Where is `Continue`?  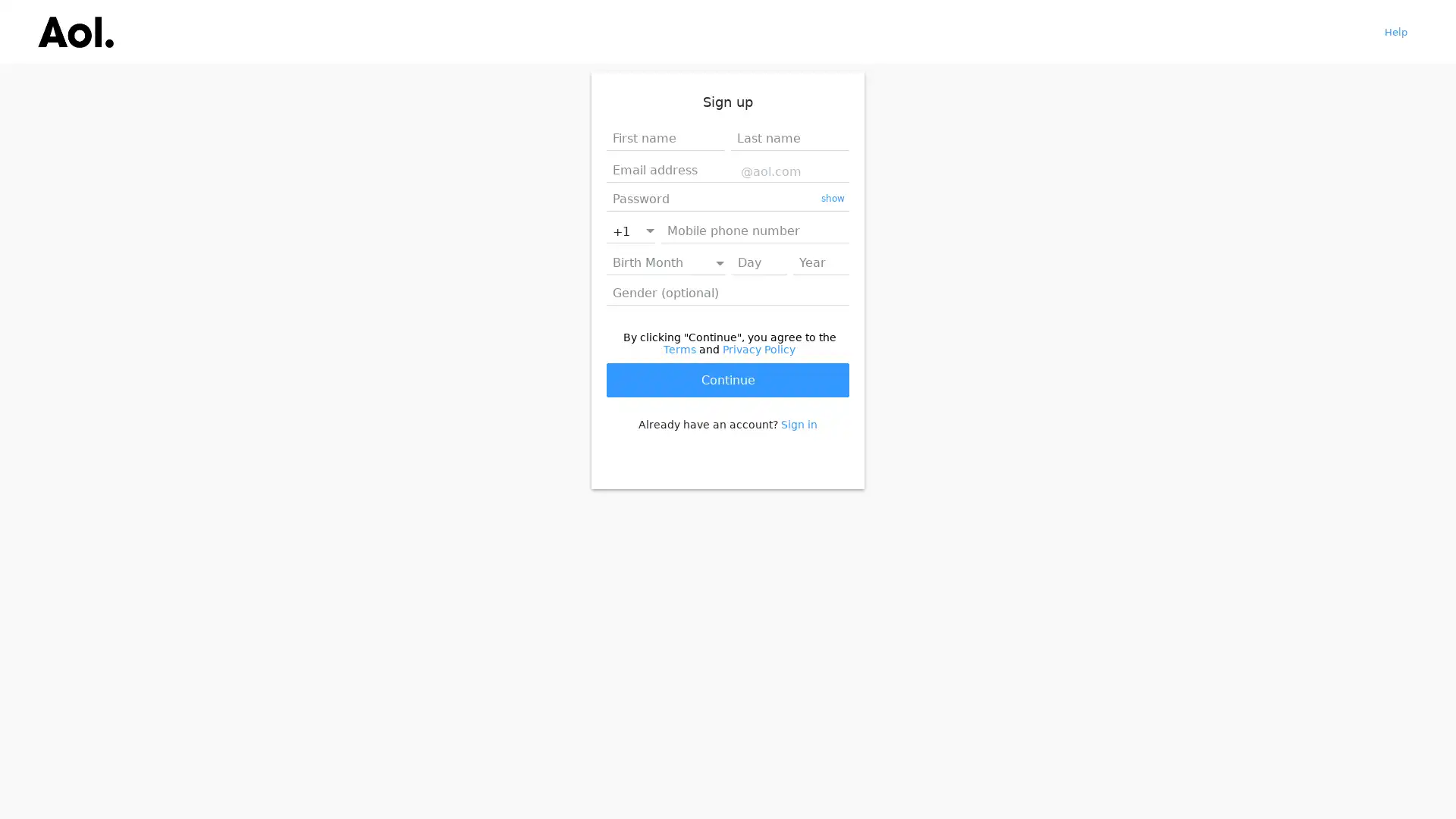 Continue is located at coordinates (728, 379).